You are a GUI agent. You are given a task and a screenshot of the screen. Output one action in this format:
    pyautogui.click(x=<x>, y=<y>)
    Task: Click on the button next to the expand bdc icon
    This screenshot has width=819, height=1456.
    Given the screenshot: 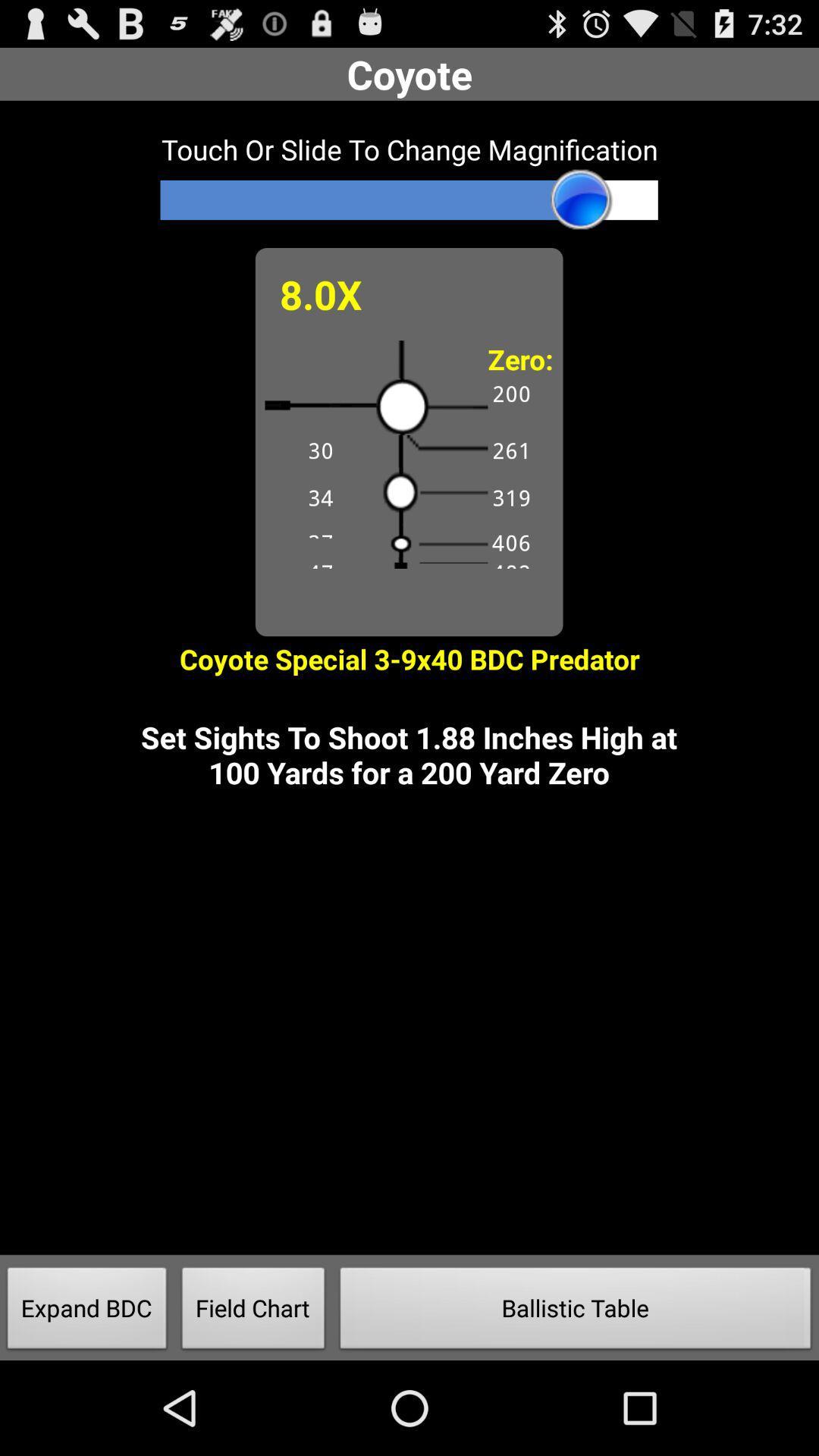 What is the action you would take?
    pyautogui.click(x=253, y=1312)
    